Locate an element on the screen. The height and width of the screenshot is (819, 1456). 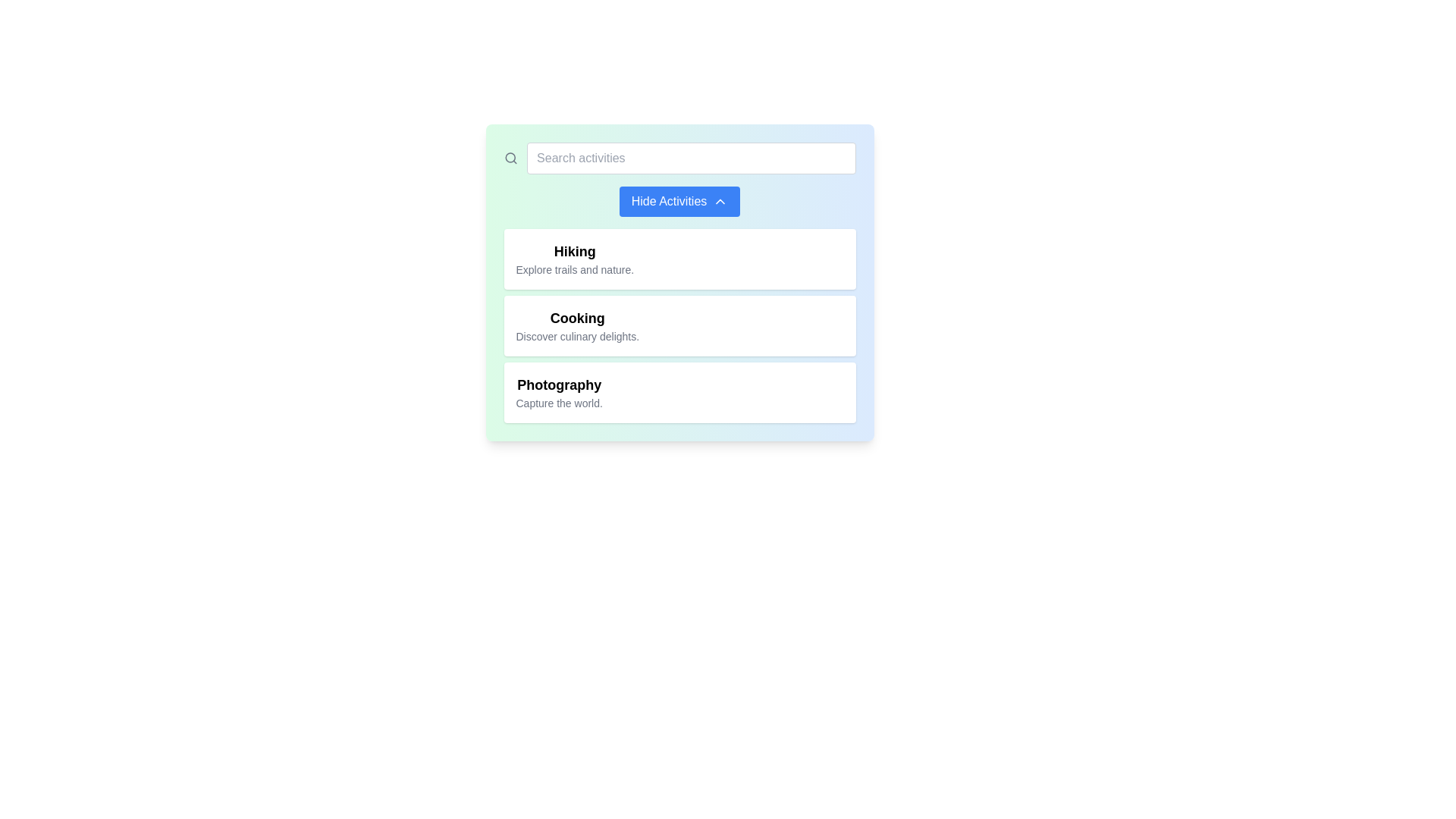
the text field containing the phrase 'Capture the world.' which is styled in a small gray font and positioned below the 'Photography' label is located at coordinates (558, 403).